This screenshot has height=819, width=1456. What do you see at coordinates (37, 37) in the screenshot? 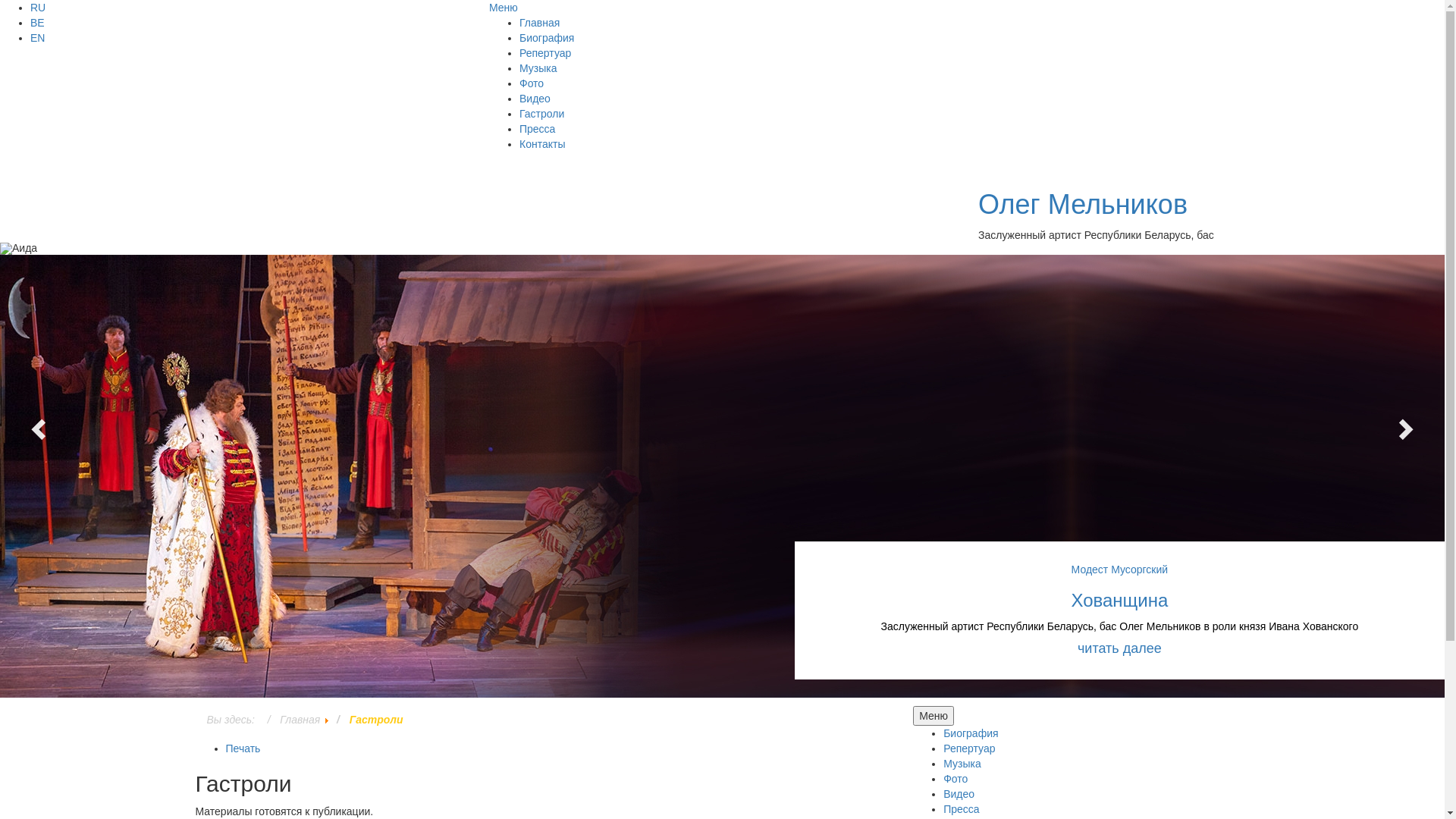
I see `'EN'` at bounding box center [37, 37].